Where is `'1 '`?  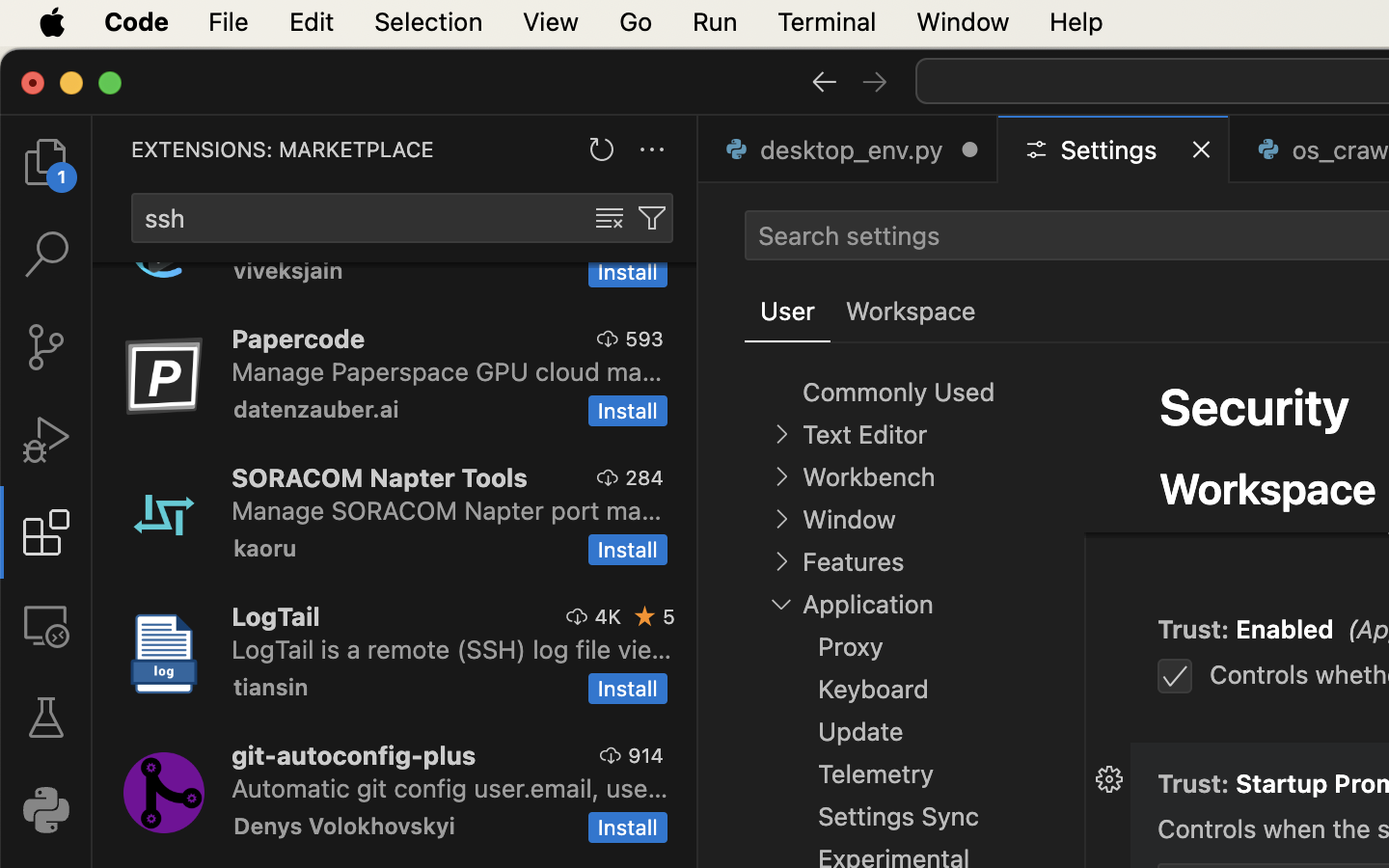
'1 ' is located at coordinates (44, 530).